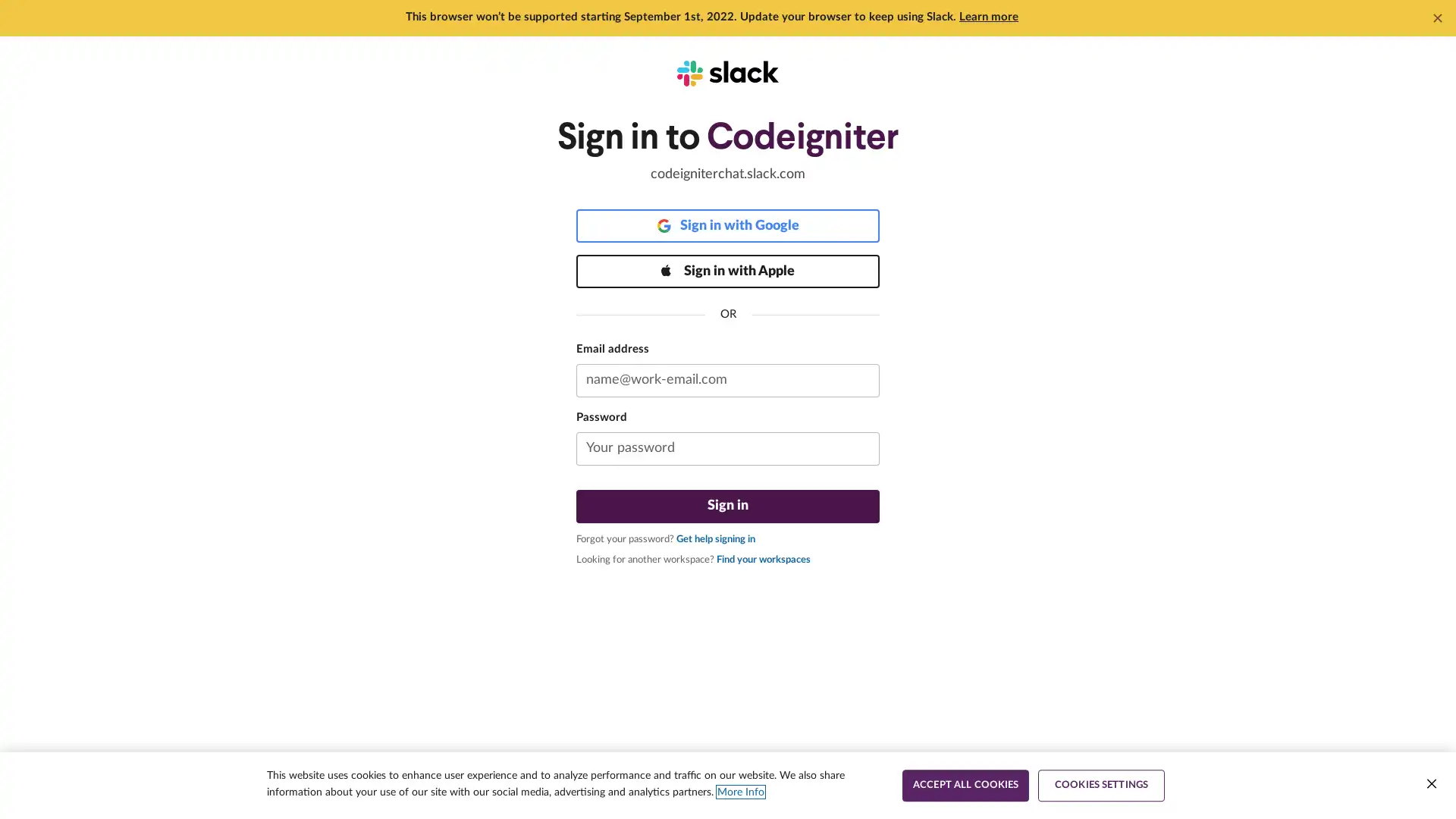 The image size is (1456, 819). What do you see at coordinates (728, 225) in the screenshot?
I see `Sign in with Google` at bounding box center [728, 225].